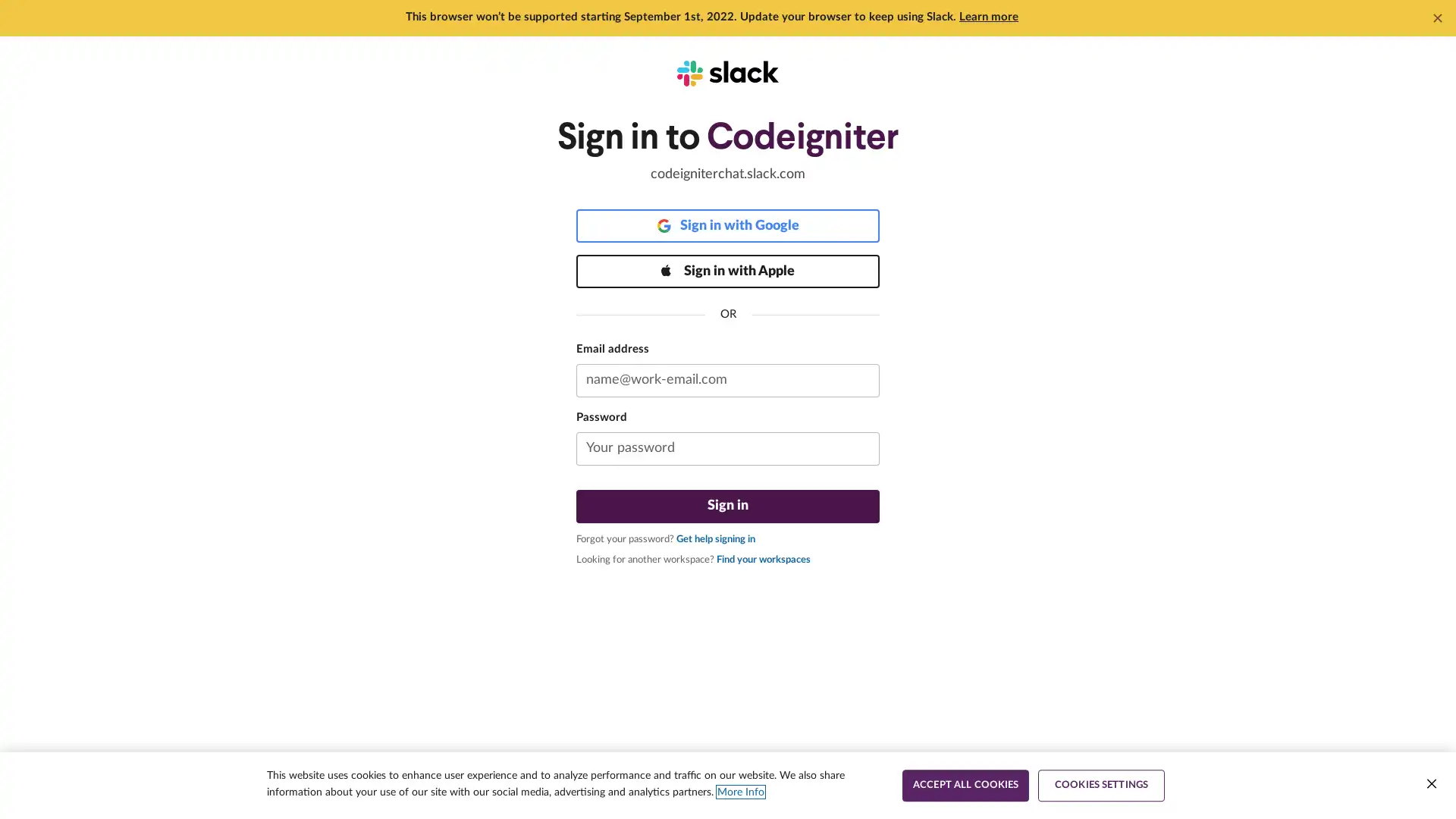 The image size is (1456, 819). What do you see at coordinates (728, 225) in the screenshot?
I see `Sign in with Google` at bounding box center [728, 225].